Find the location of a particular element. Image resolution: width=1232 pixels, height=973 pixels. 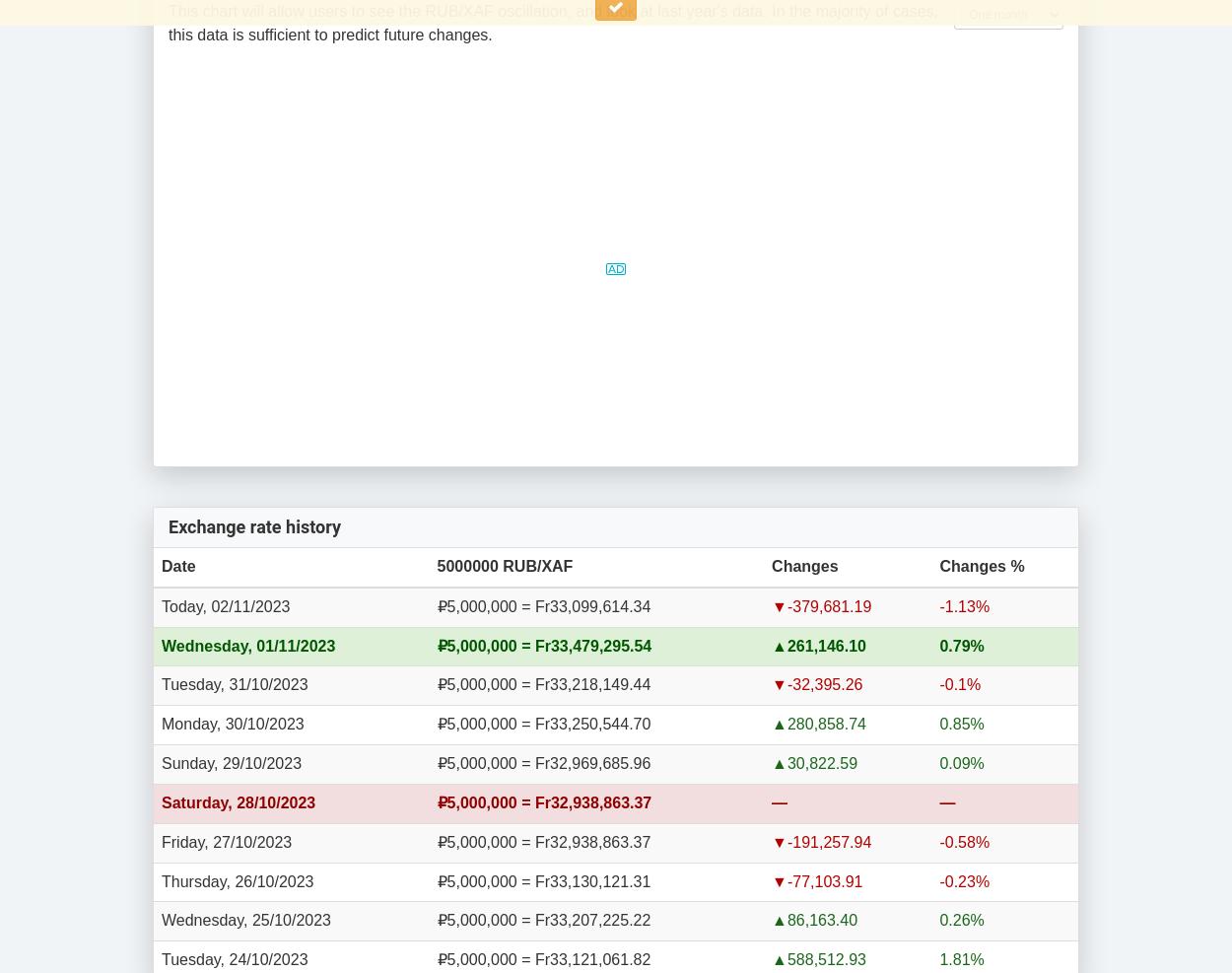

'₽5,000,000 = Fr32,969,685.96' is located at coordinates (543, 762).